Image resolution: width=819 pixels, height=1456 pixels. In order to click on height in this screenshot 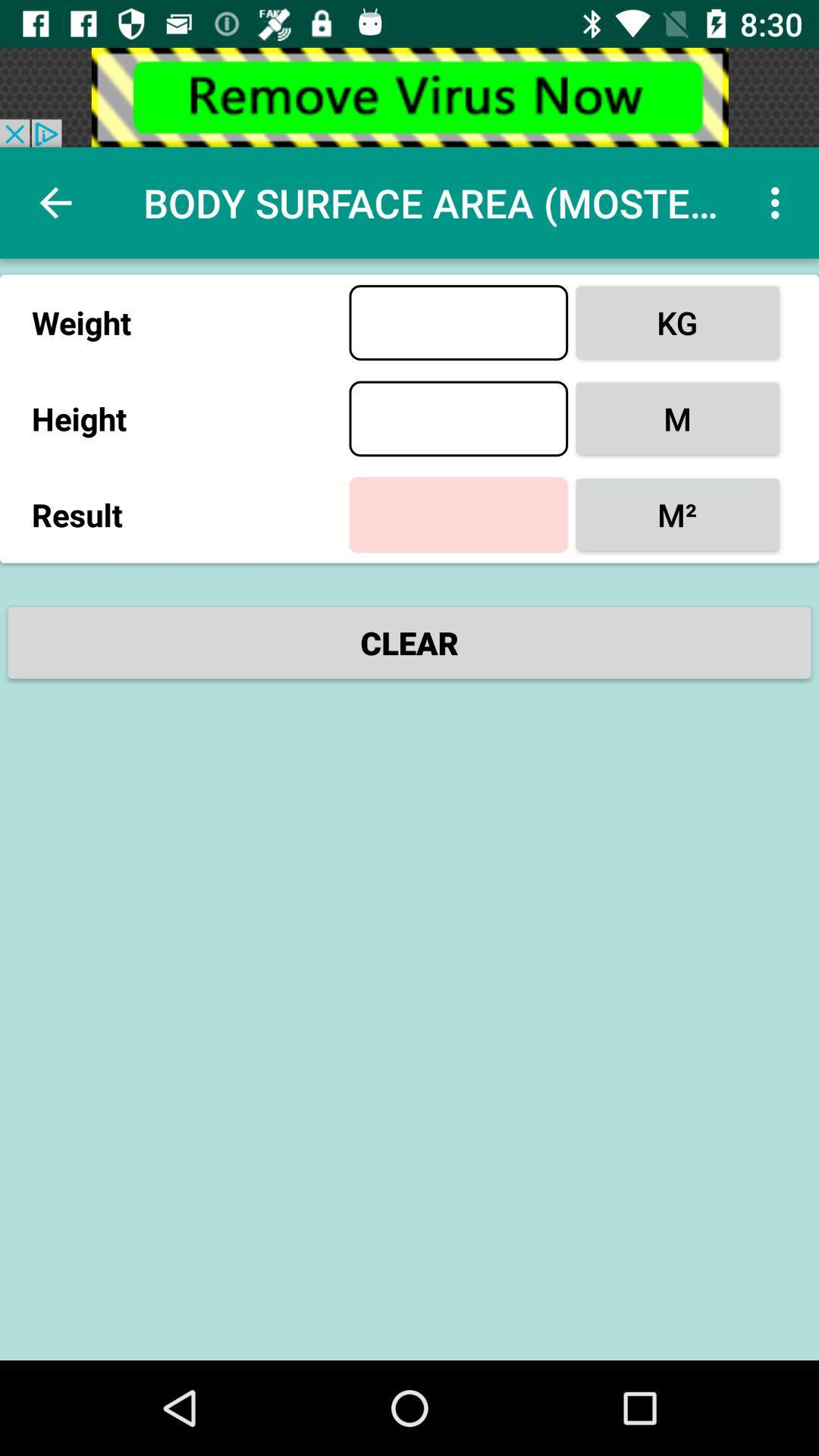, I will do `click(457, 419)`.